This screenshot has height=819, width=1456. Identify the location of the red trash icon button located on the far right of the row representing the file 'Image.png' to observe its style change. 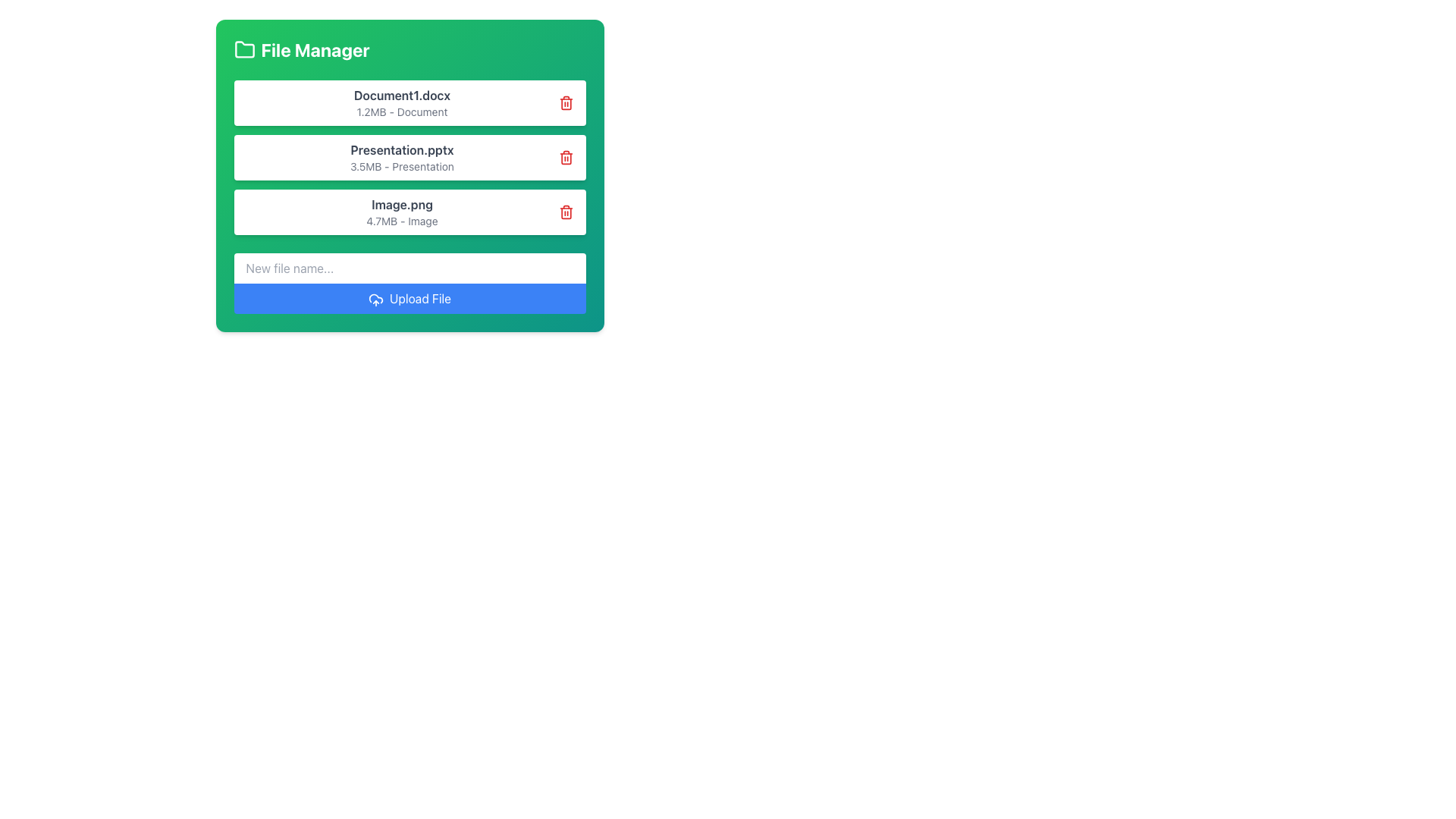
(565, 212).